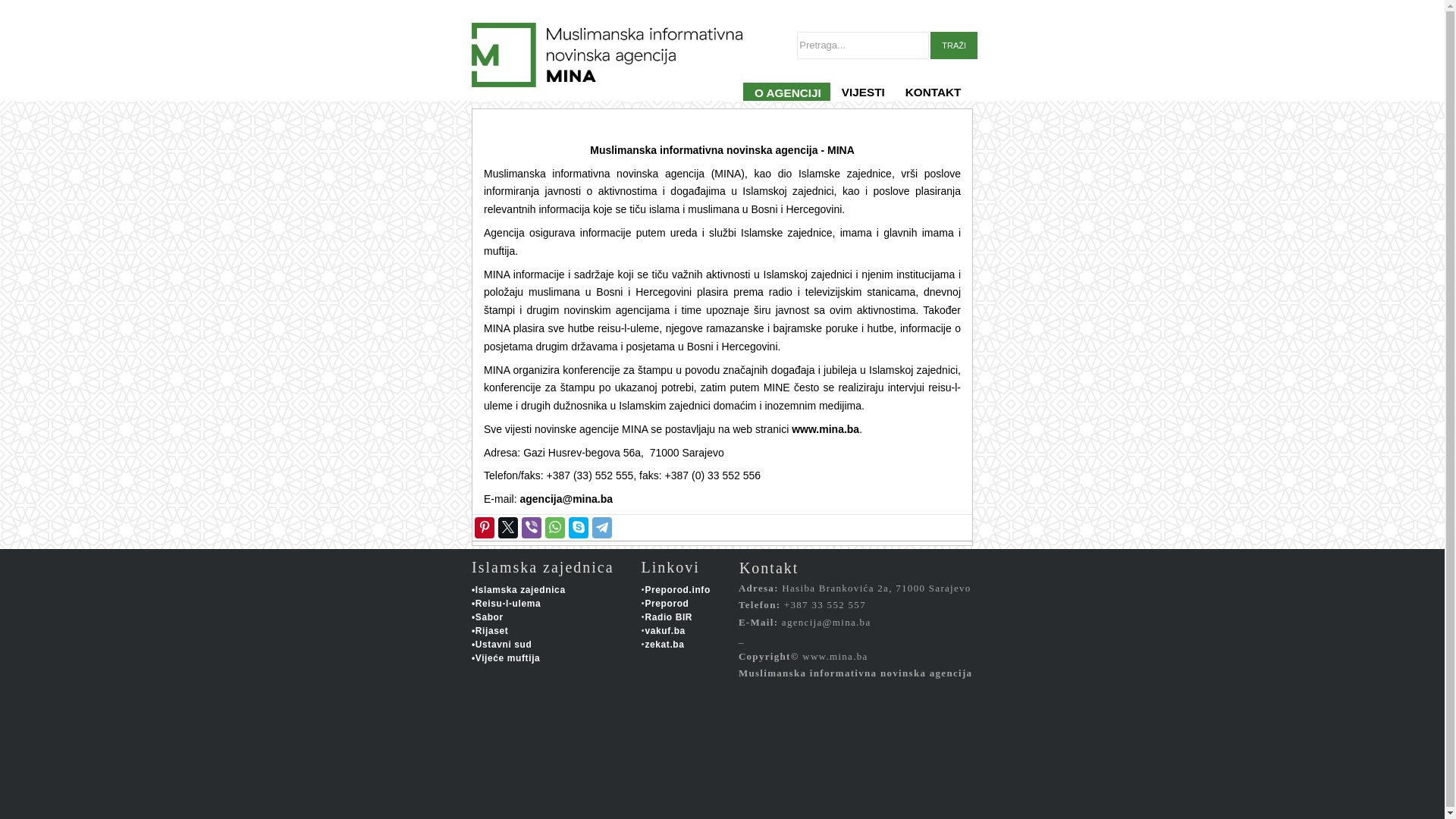 The image size is (1456, 819). What do you see at coordinates (601, 526) in the screenshot?
I see `'Telegram'` at bounding box center [601, 526].